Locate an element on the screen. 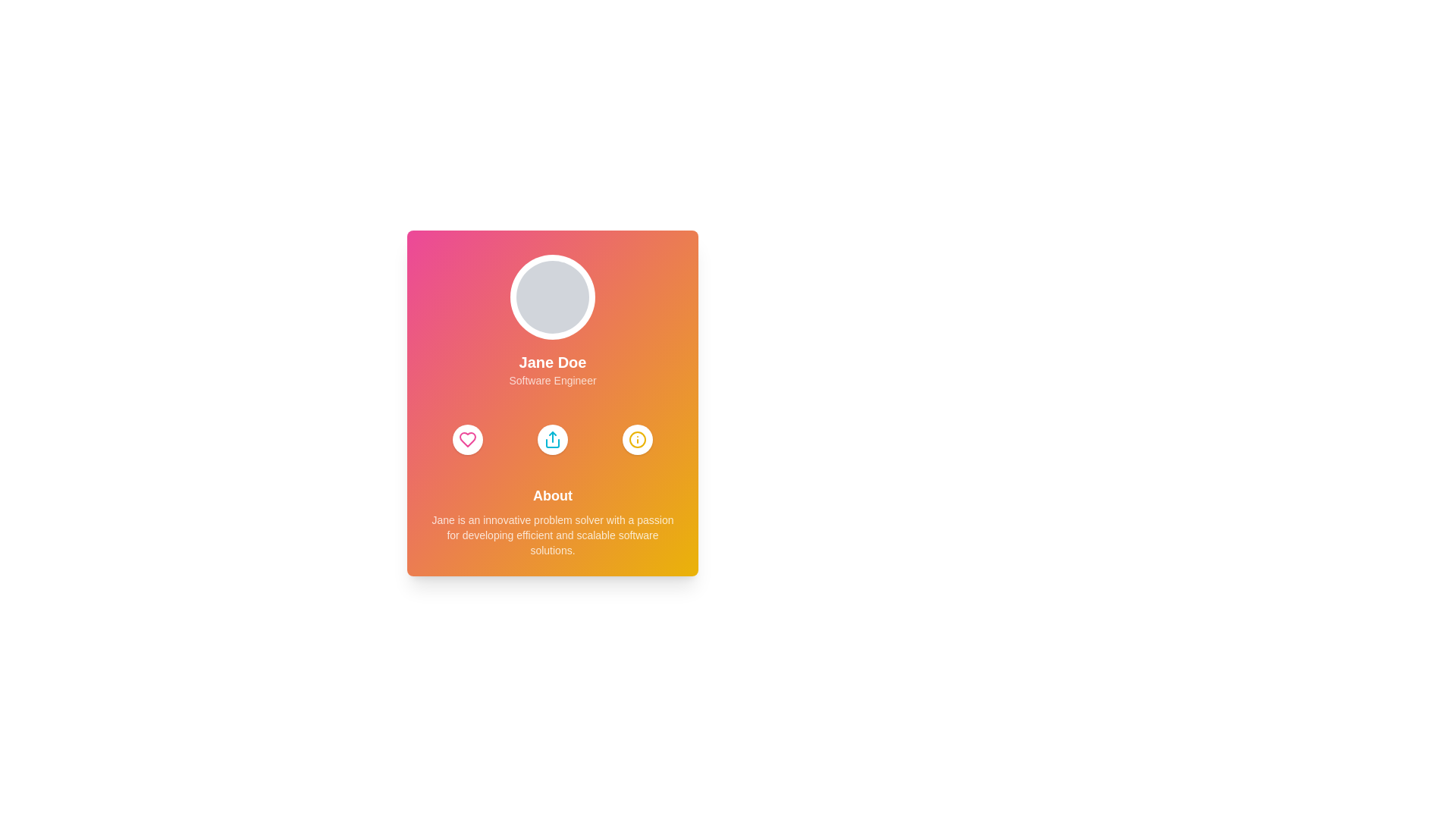 The image size is (1456, 819). the 'like' icon located beneath the profile image, which is the first circular icon in the row of three icons is located at coordinates (467, 439).